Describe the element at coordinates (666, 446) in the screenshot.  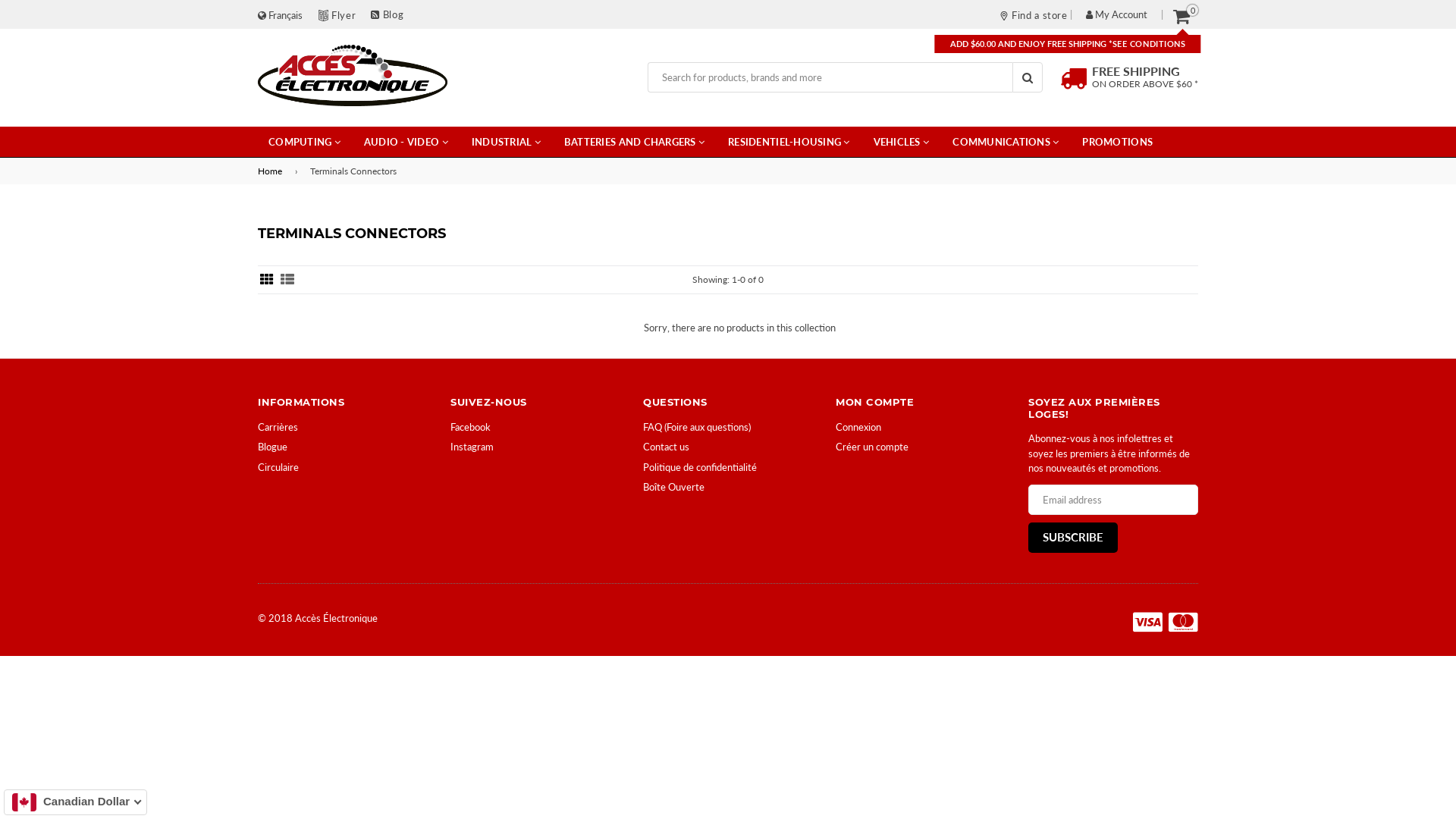
I see `'Contact us'` at that location.